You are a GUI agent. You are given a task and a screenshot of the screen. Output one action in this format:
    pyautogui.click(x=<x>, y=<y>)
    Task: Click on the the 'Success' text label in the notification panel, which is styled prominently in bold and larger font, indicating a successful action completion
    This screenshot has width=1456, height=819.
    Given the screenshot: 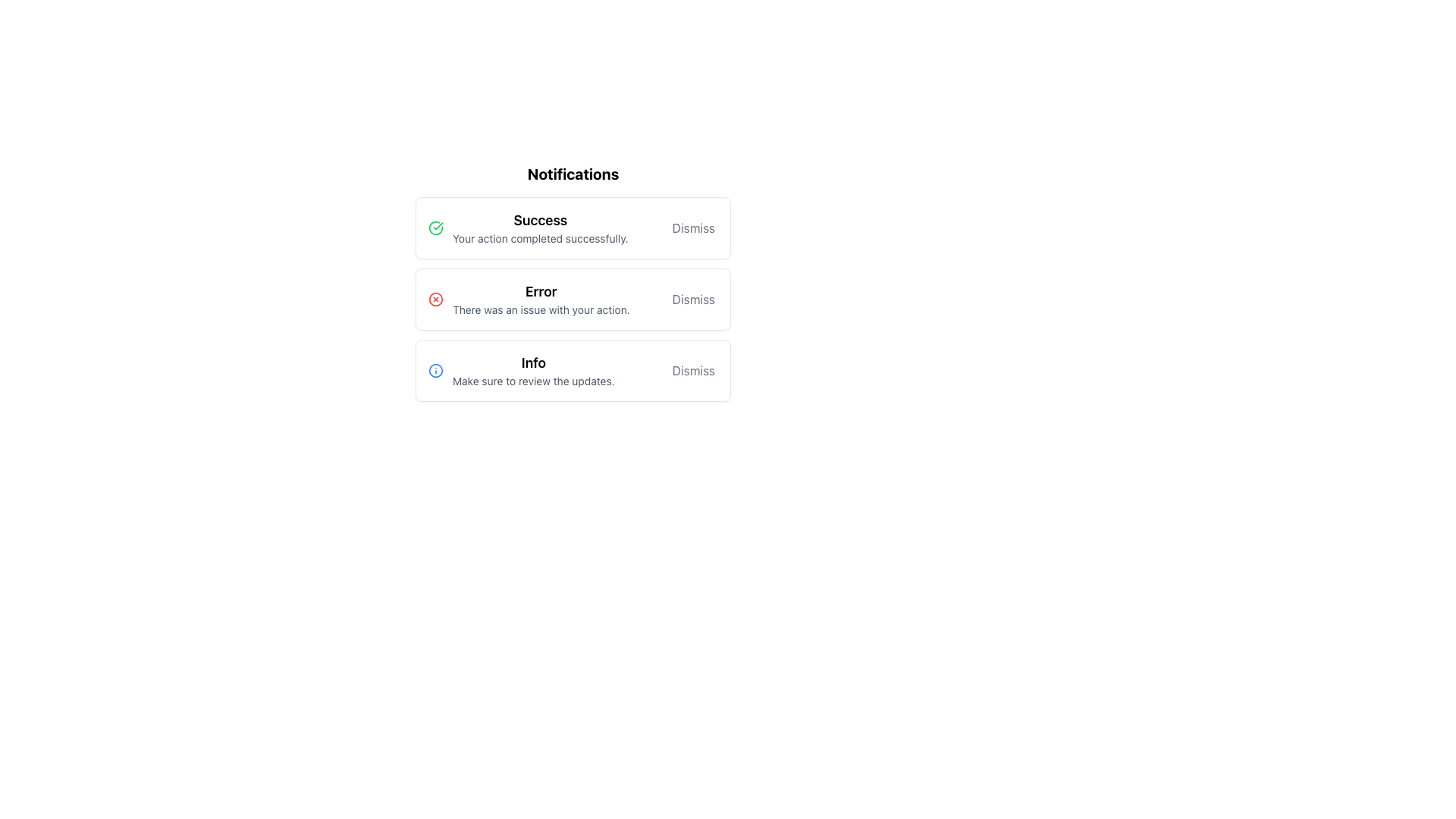 What is the action you would take?
    pyautogui.click(x=540, y=220)
    